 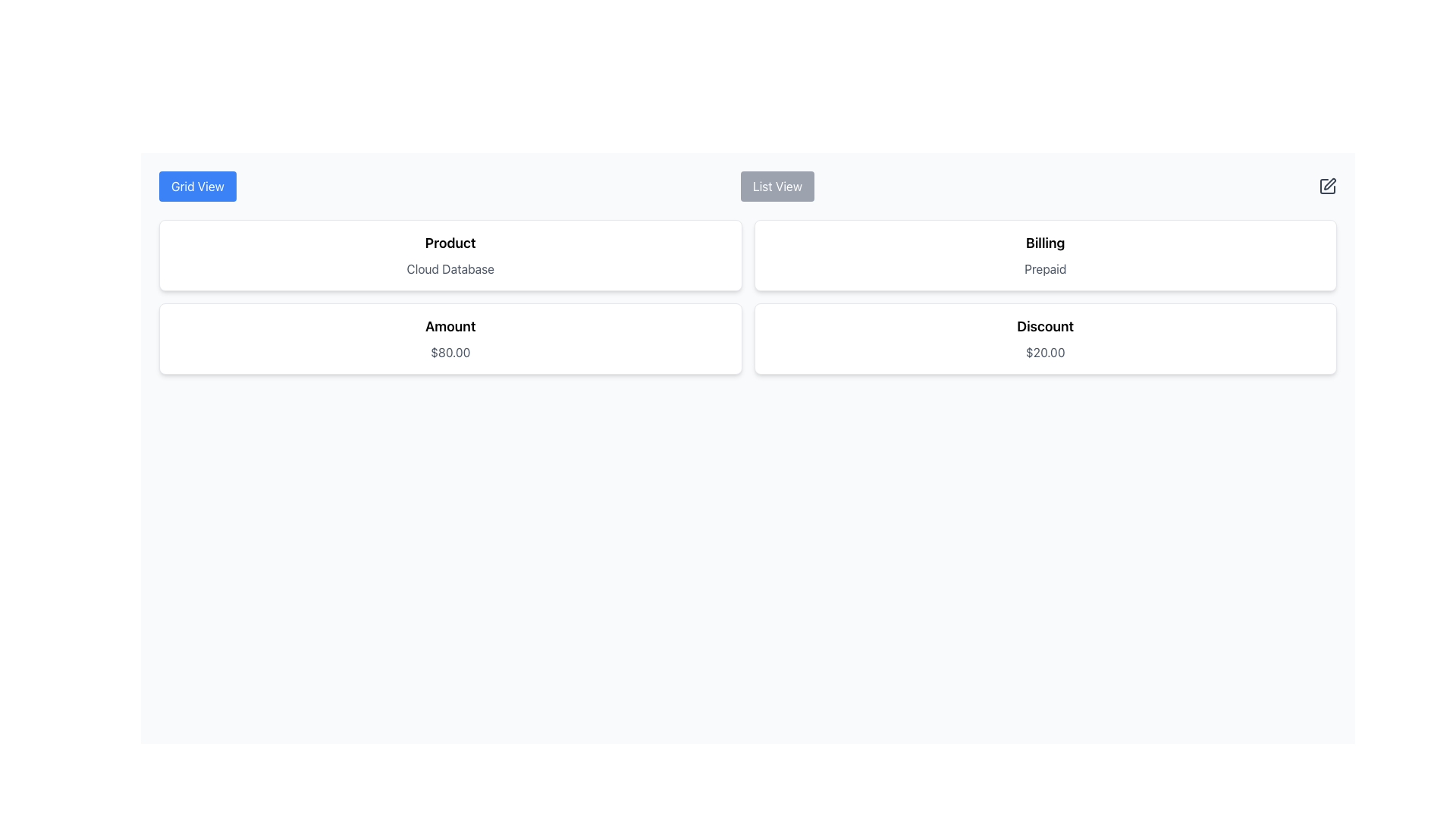 What do you see at coordinates (450, 353) in the screenshot?
I see `the price label displaying '$80.00', located below the 'Amount' text in a bordered, rounded rectangle` at bounding box center [450, 353].